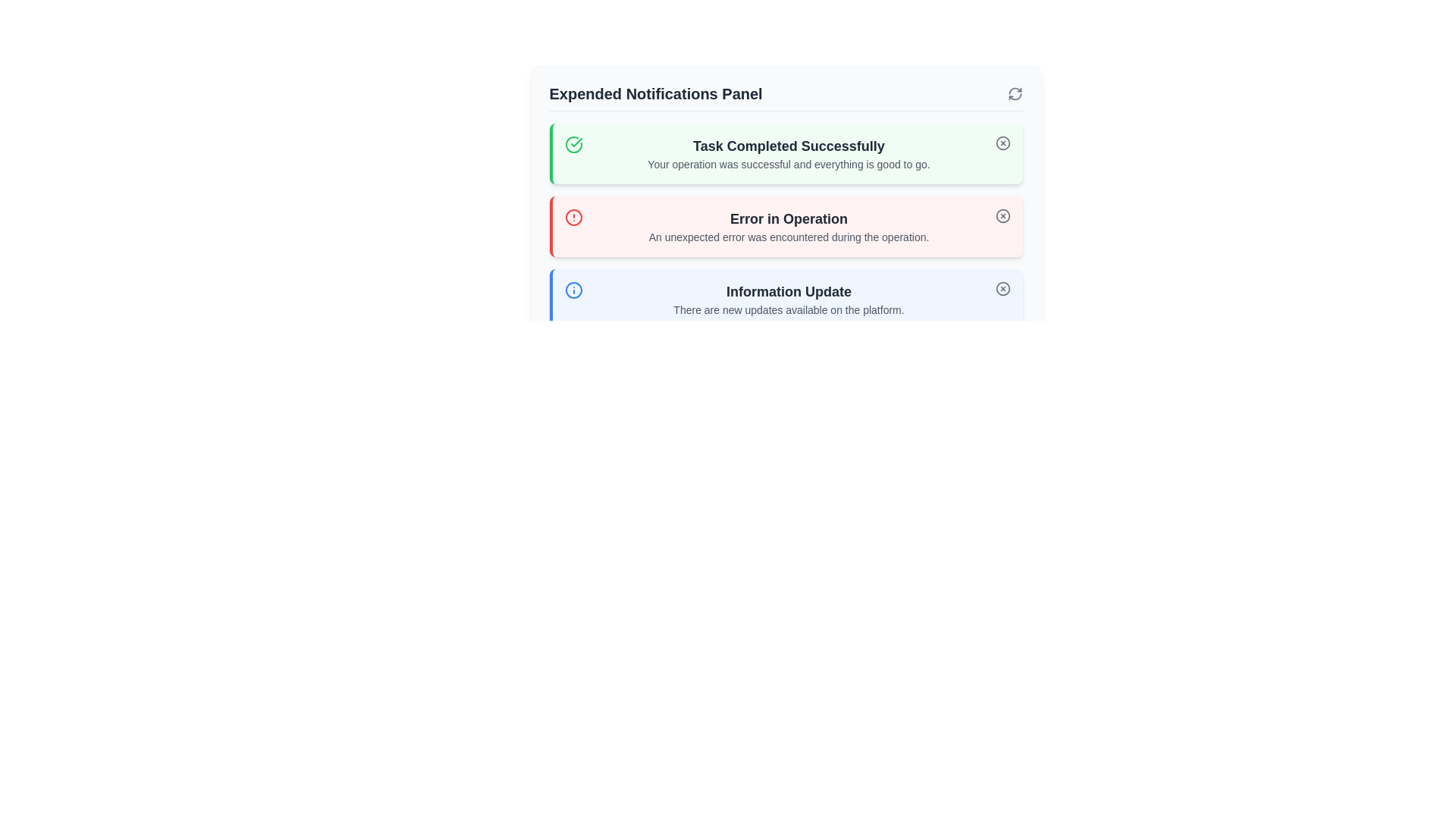 The image size is (1456, 819). Describe the element at coordinates (656, 93) in the screenshot. I see `the bold, large dark gray text stating 'Expended Notifications Panel' located at the top-left region of the notifications section` at that location.